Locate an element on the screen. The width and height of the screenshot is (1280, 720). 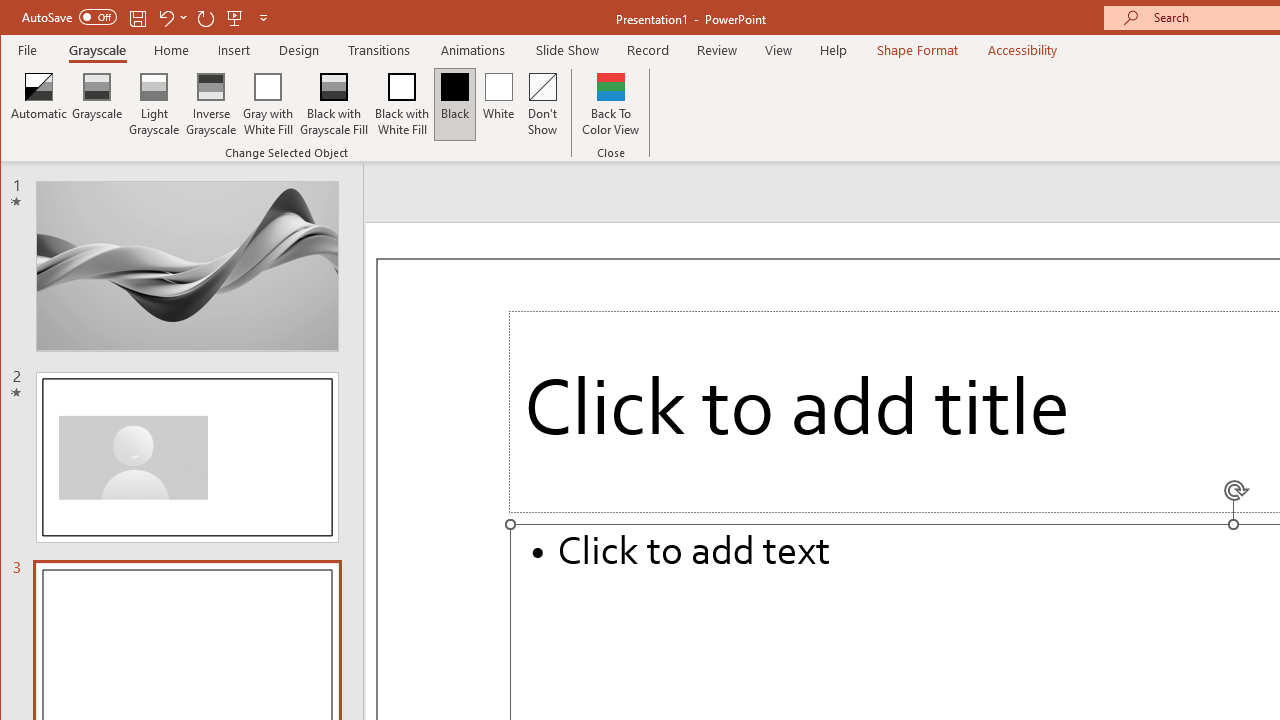
'Black' is located at coordinates (454, 104).